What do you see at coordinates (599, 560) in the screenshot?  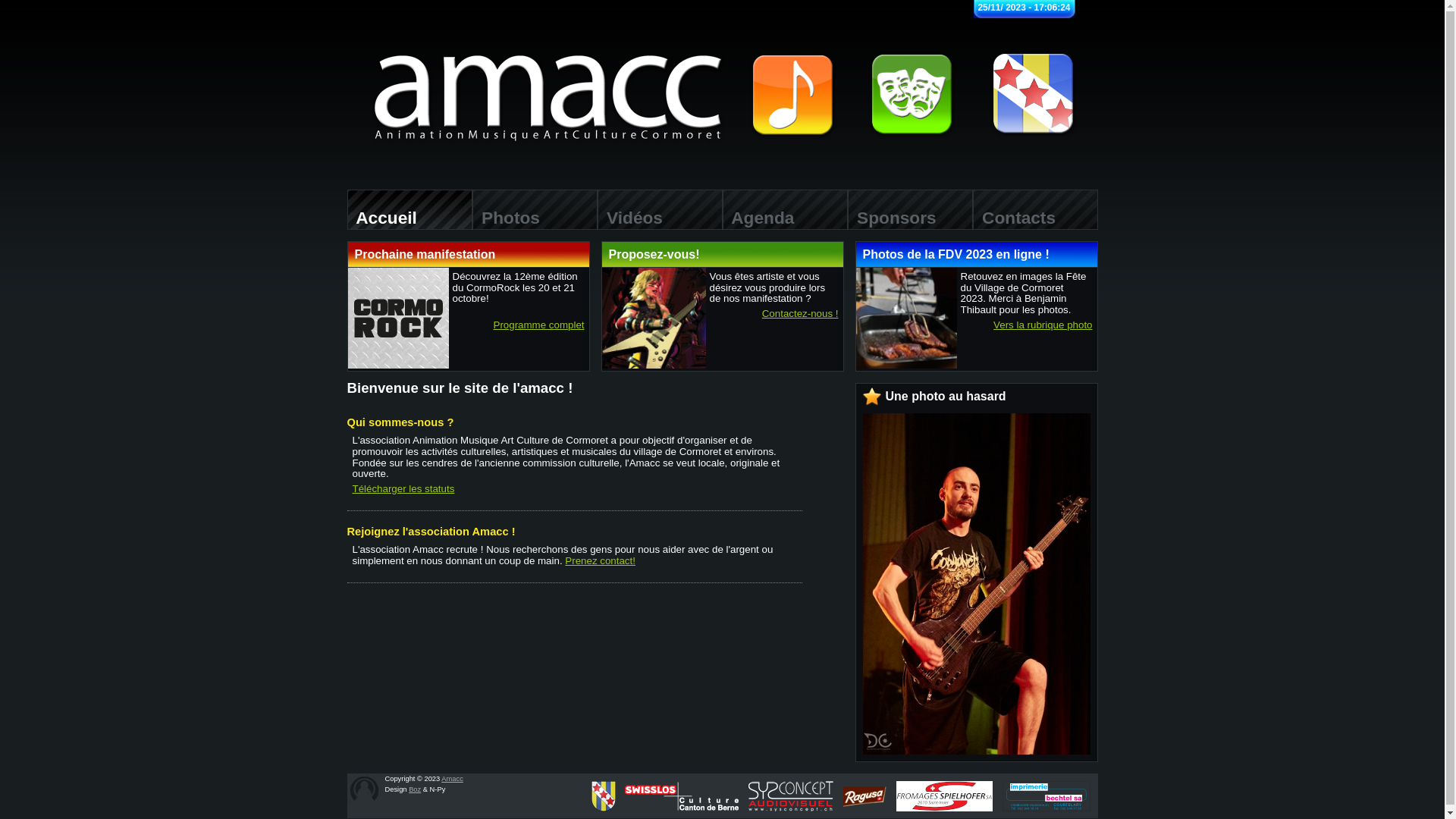 I see `'Prenez contact!'` at bounding box center [599, 560].